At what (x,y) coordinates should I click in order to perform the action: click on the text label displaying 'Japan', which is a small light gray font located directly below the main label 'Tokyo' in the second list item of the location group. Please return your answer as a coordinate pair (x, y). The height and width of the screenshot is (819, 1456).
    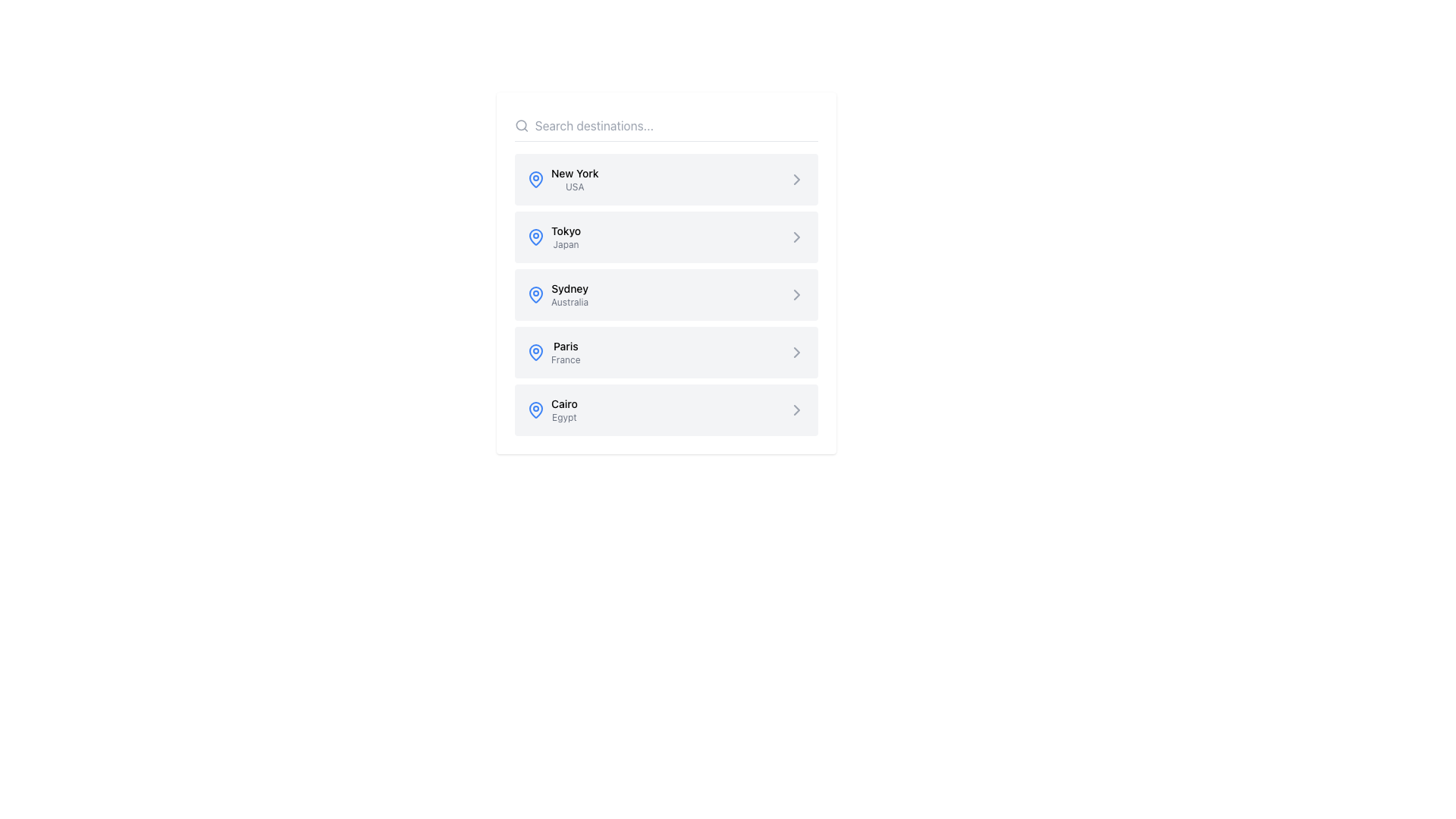
    Looking at the image, I should click on (565, 244).